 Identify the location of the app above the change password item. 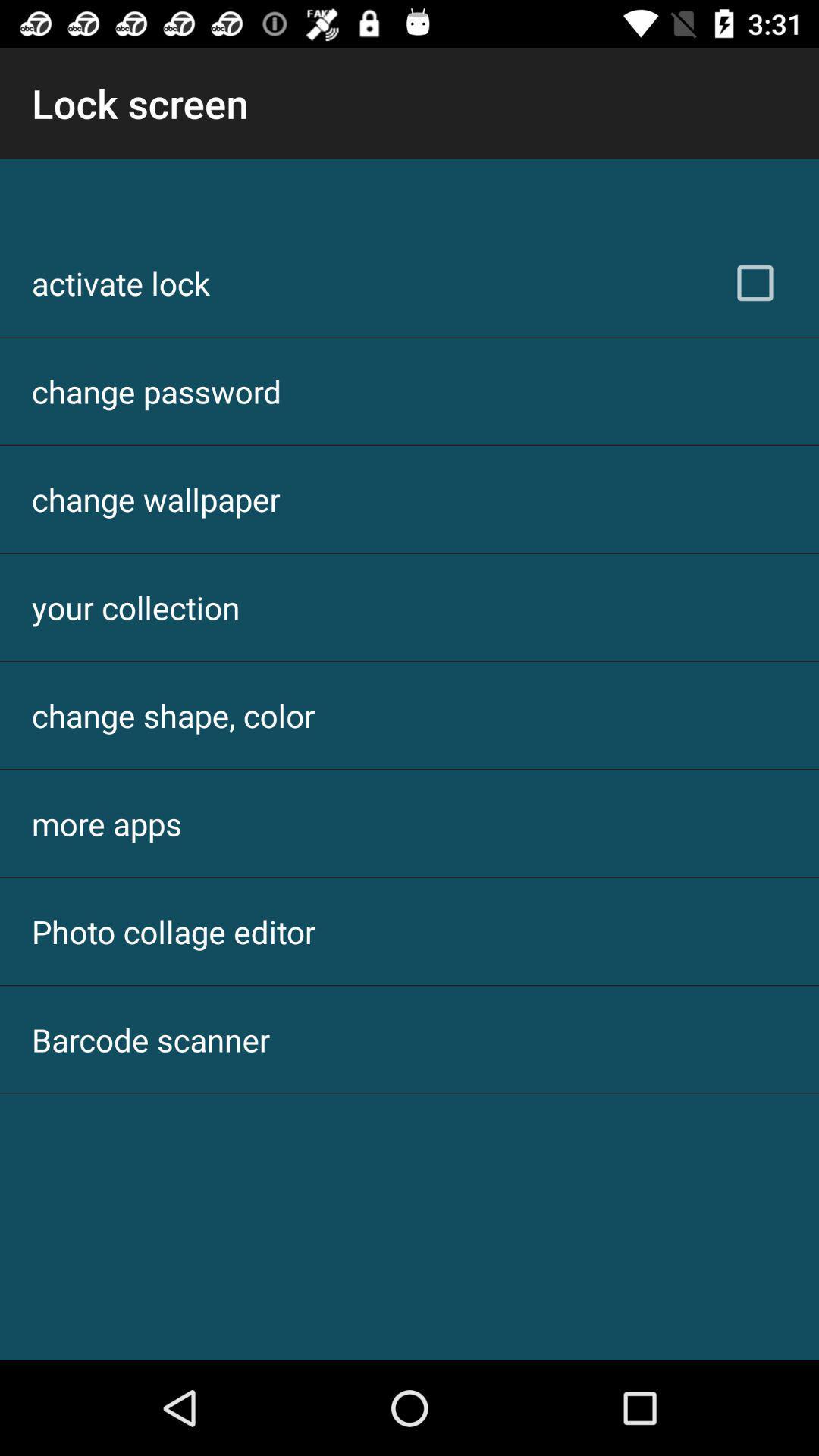
(120, 283).